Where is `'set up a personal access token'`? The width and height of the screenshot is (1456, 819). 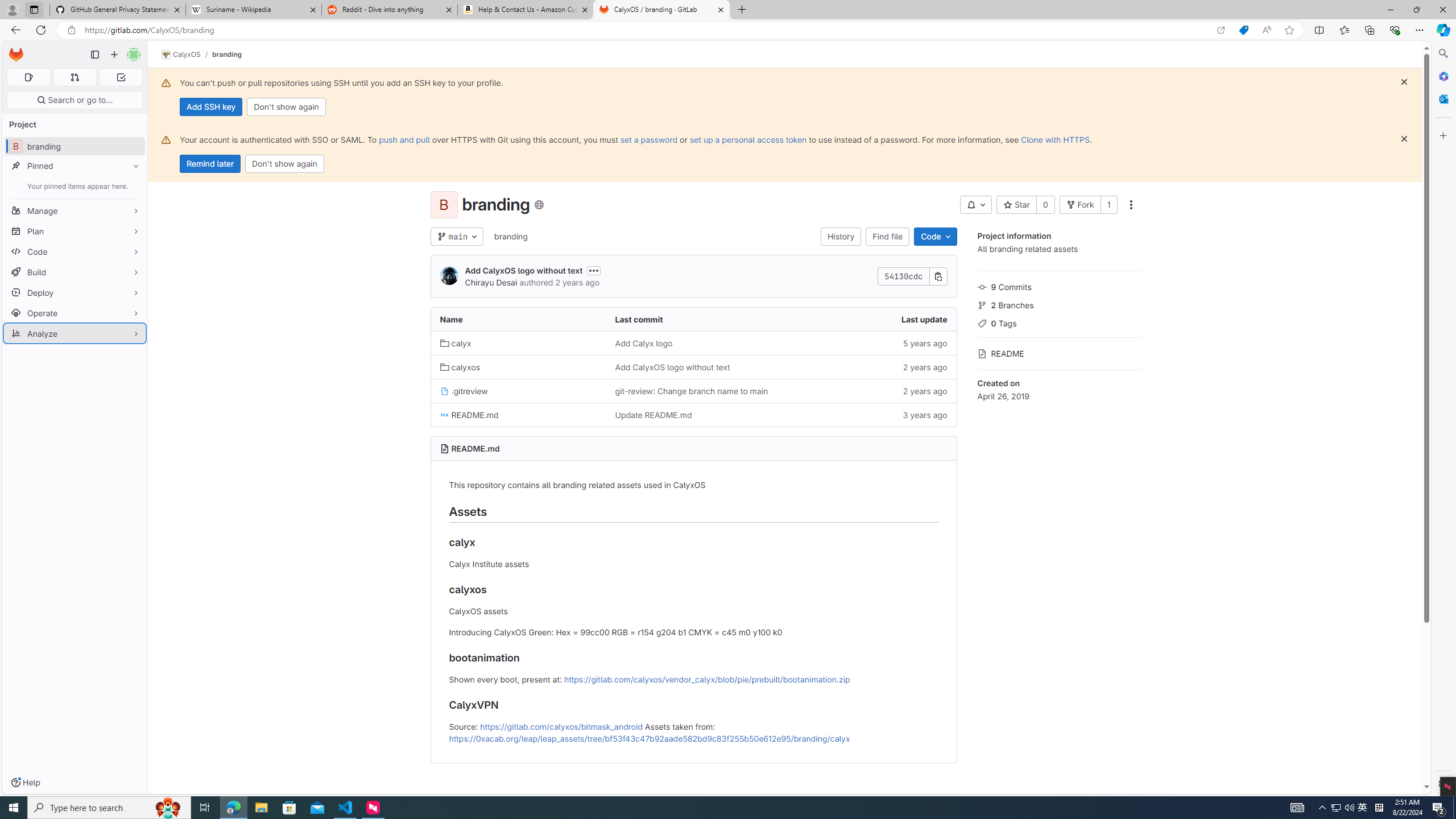 'set up a personal access token' is located at coordinates (747, 139).